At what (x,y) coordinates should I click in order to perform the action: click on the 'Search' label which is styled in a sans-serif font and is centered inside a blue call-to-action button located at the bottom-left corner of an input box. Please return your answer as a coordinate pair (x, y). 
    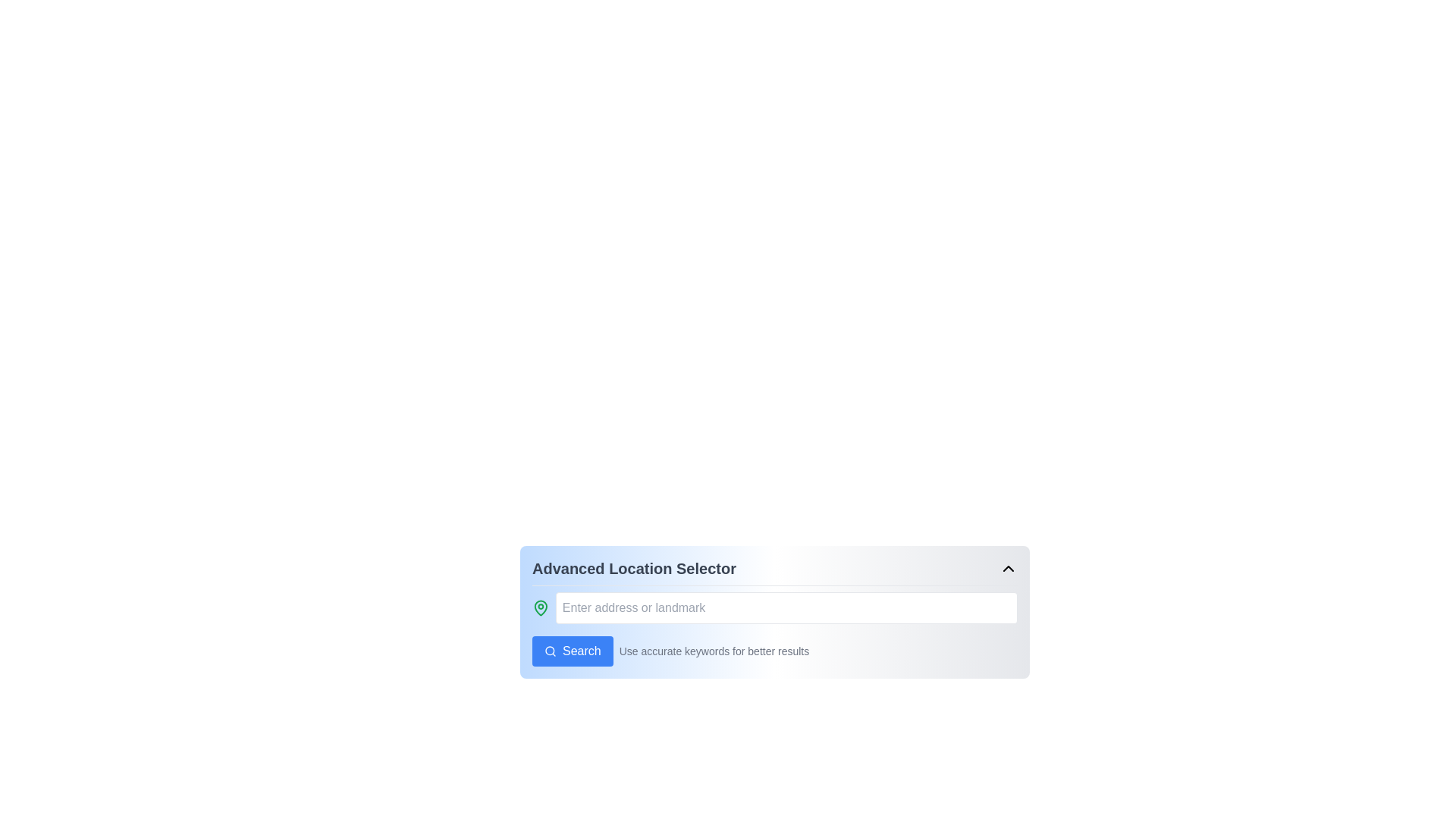
    Looking at the image, I should click on (581, 651).